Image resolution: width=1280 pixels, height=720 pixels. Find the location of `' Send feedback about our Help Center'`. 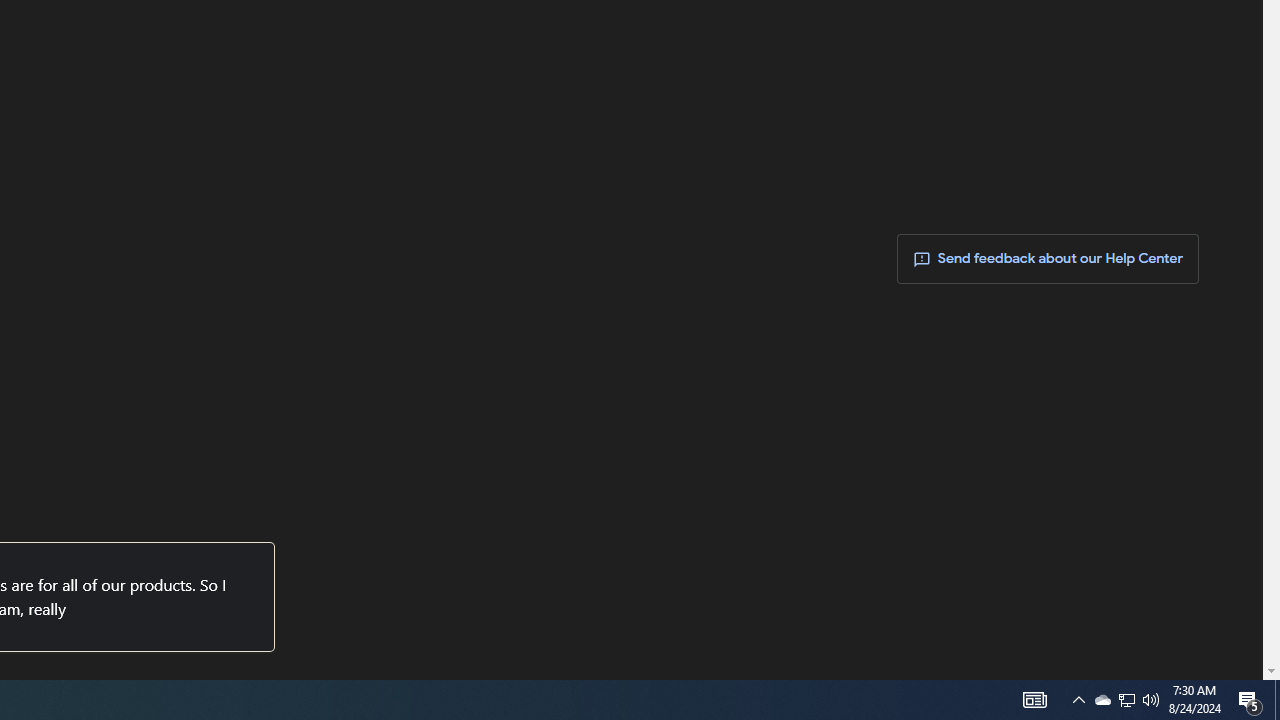

' Send feedback about our Help Center' is located at coordinates (1047, 258).